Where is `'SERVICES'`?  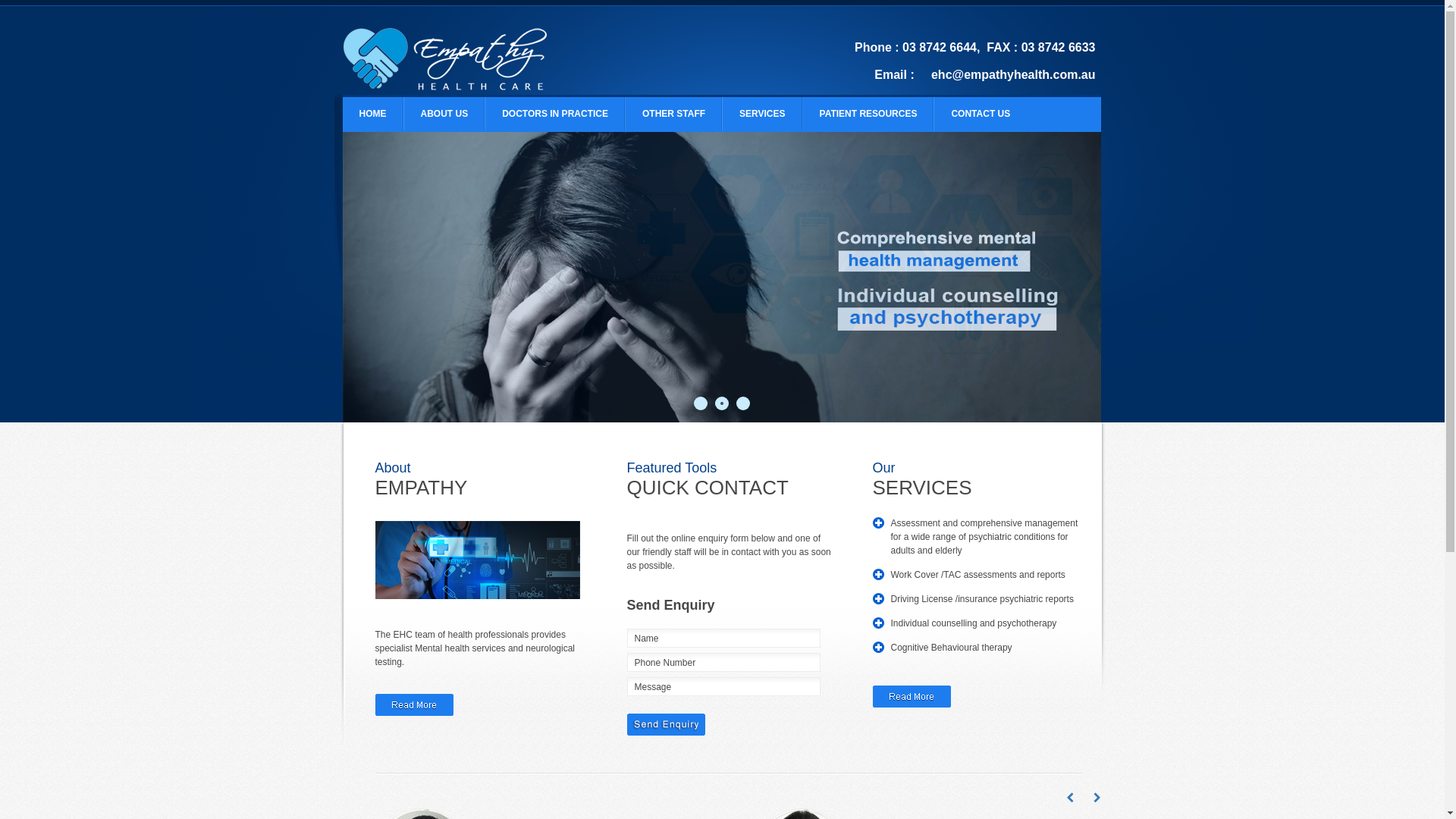
'SERVICES' is located at coordinates (761, 113).